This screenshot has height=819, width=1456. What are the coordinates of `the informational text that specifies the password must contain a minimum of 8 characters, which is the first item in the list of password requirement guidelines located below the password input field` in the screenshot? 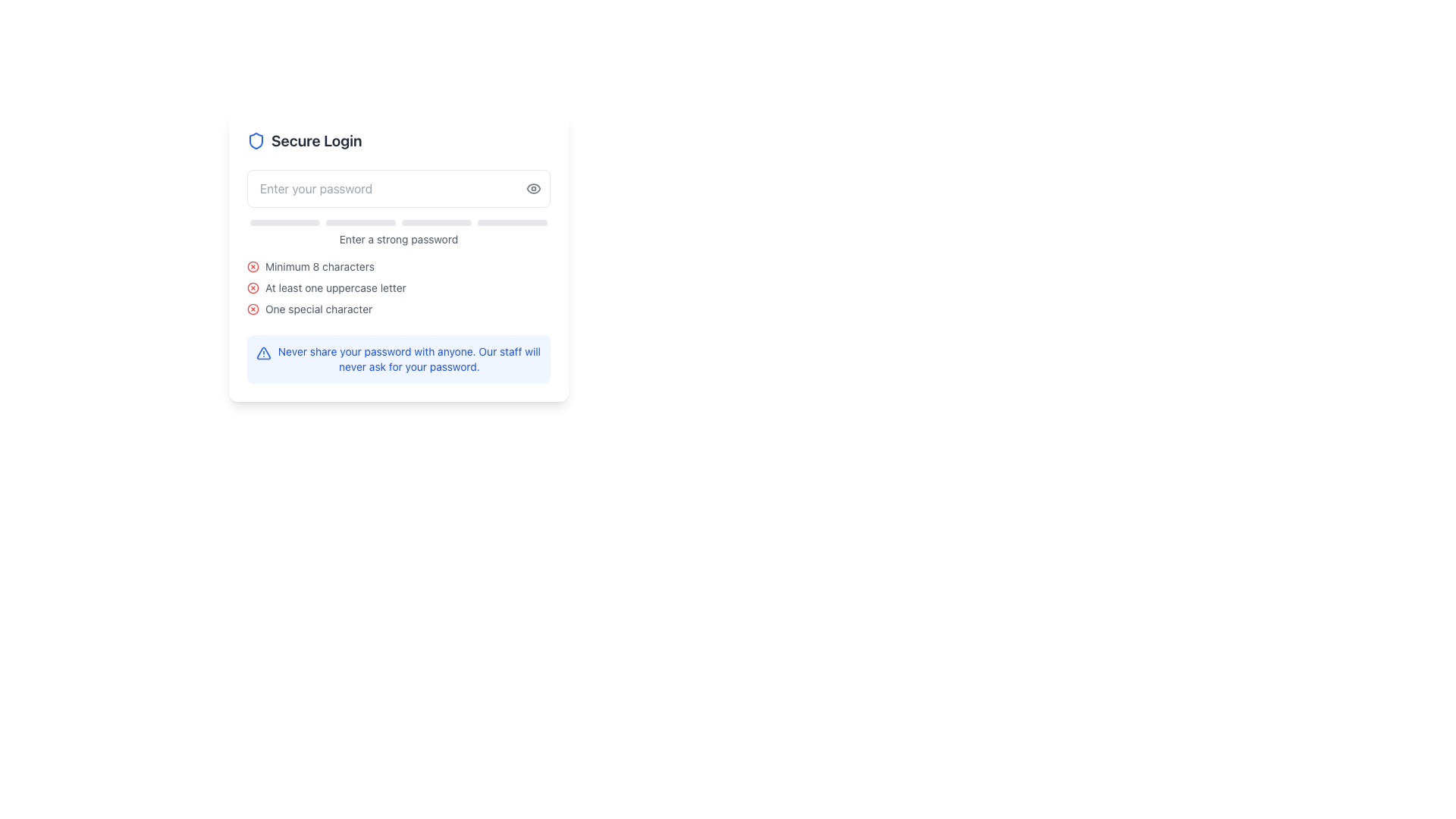 It's located at (319, 265).